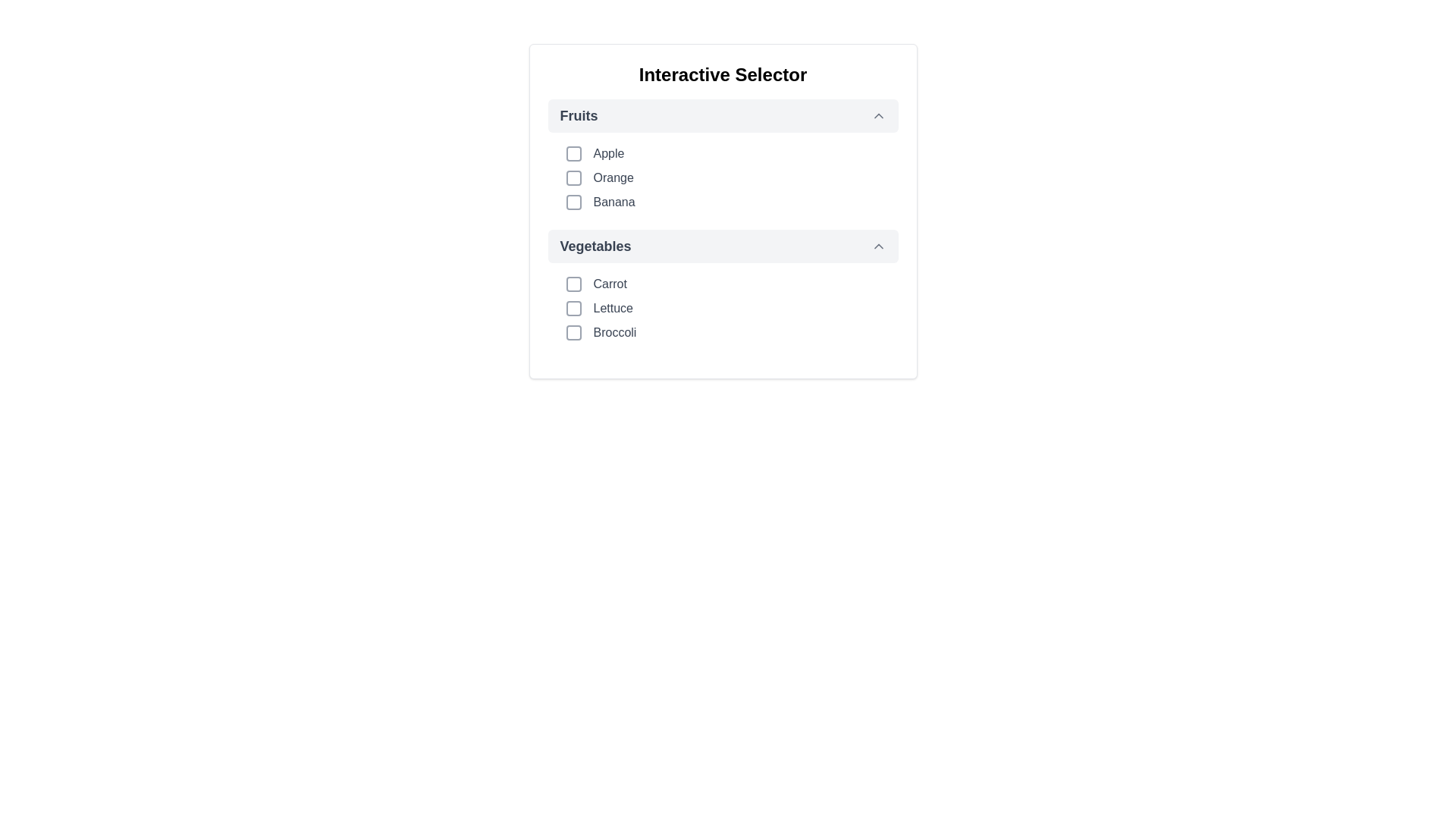 Image resolution: width=1456 pixels, height=819 pixels. What do you see at coordinates (573, 177) in the screenshot?
I see `the checkbox for 'Orange'` at bounding box center [573, 177].